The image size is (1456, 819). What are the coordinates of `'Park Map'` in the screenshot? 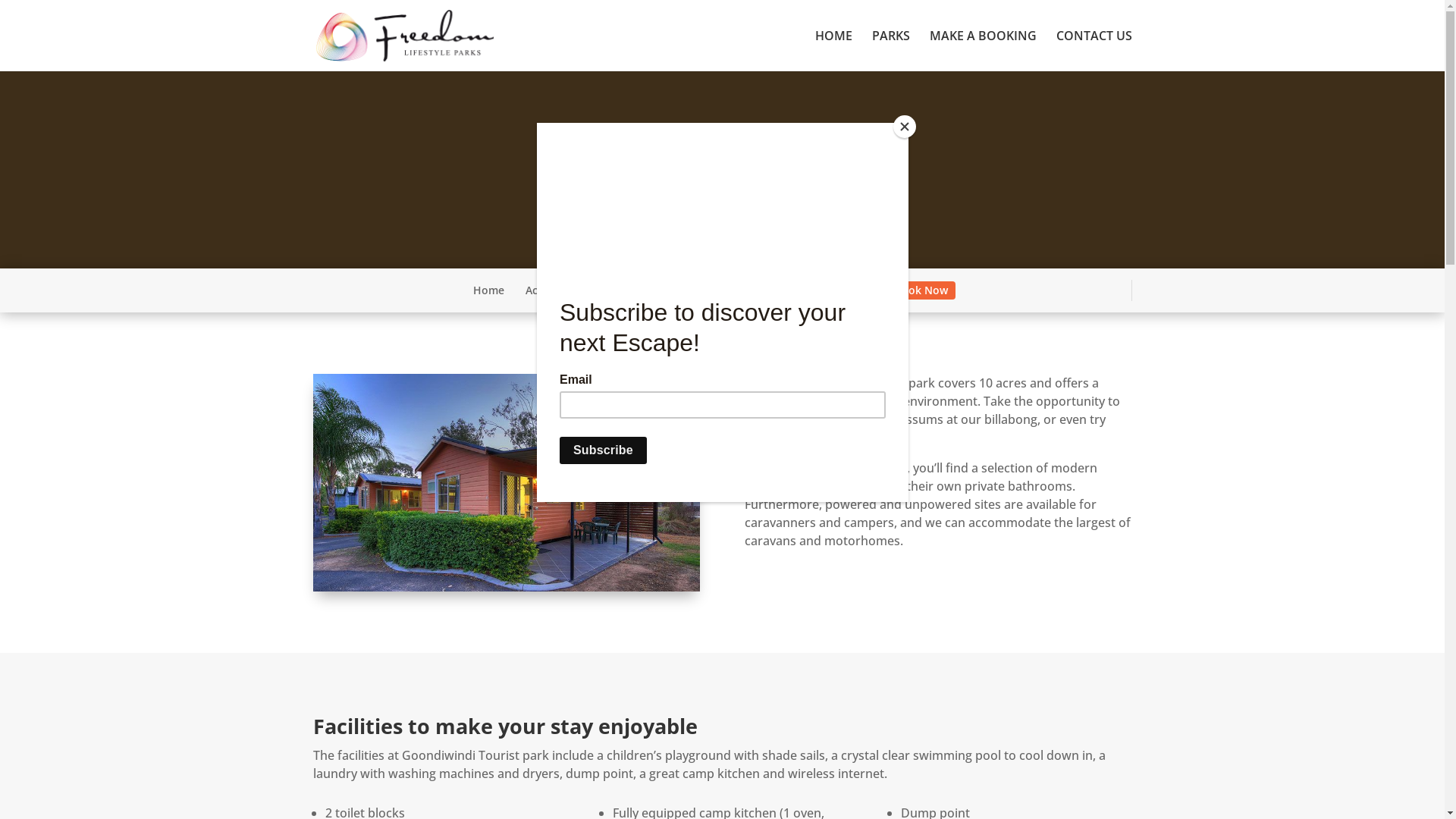 It's located at (656, 290).